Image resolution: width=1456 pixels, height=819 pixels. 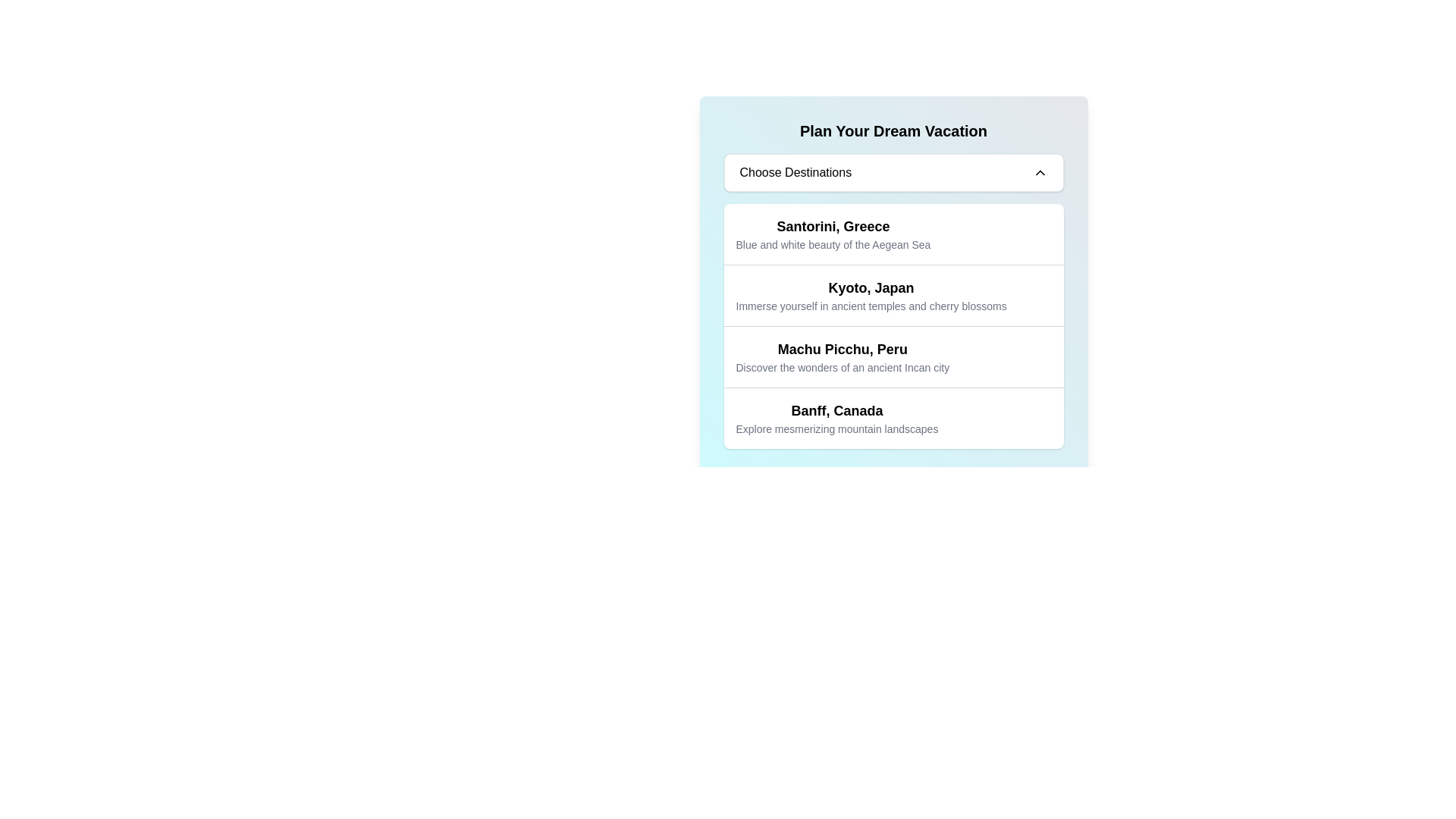 What do you see at coordinates (833, 244) in the screenshot?
I see `descriptive text label located beneath the bold title 'Santorini, Greece', which is part of the highlighted section at the top of the main list of destinations` at bounding box center [833, 244].